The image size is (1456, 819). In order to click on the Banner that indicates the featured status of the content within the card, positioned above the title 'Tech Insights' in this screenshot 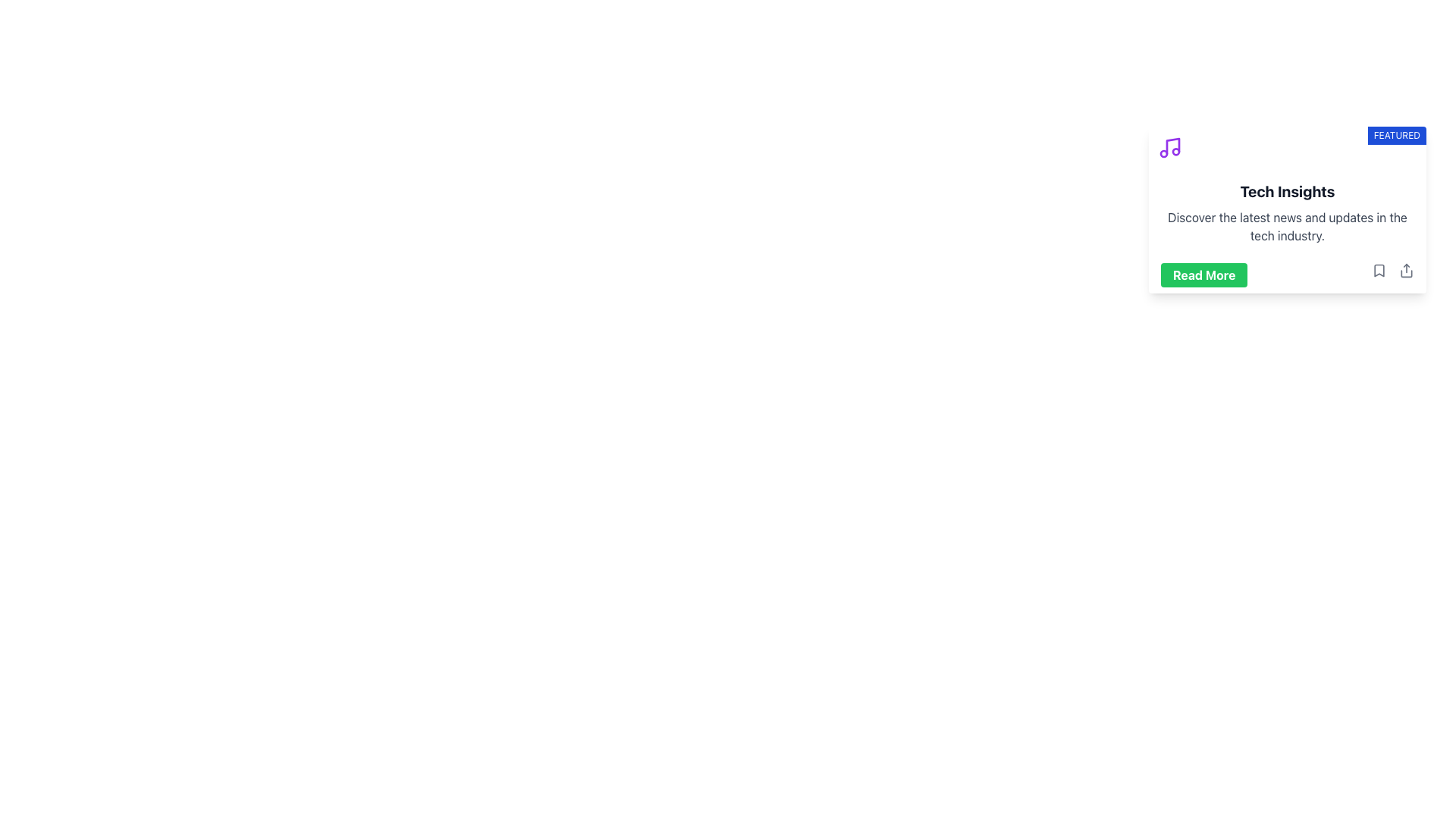, I will do `click(1287, 148)`.